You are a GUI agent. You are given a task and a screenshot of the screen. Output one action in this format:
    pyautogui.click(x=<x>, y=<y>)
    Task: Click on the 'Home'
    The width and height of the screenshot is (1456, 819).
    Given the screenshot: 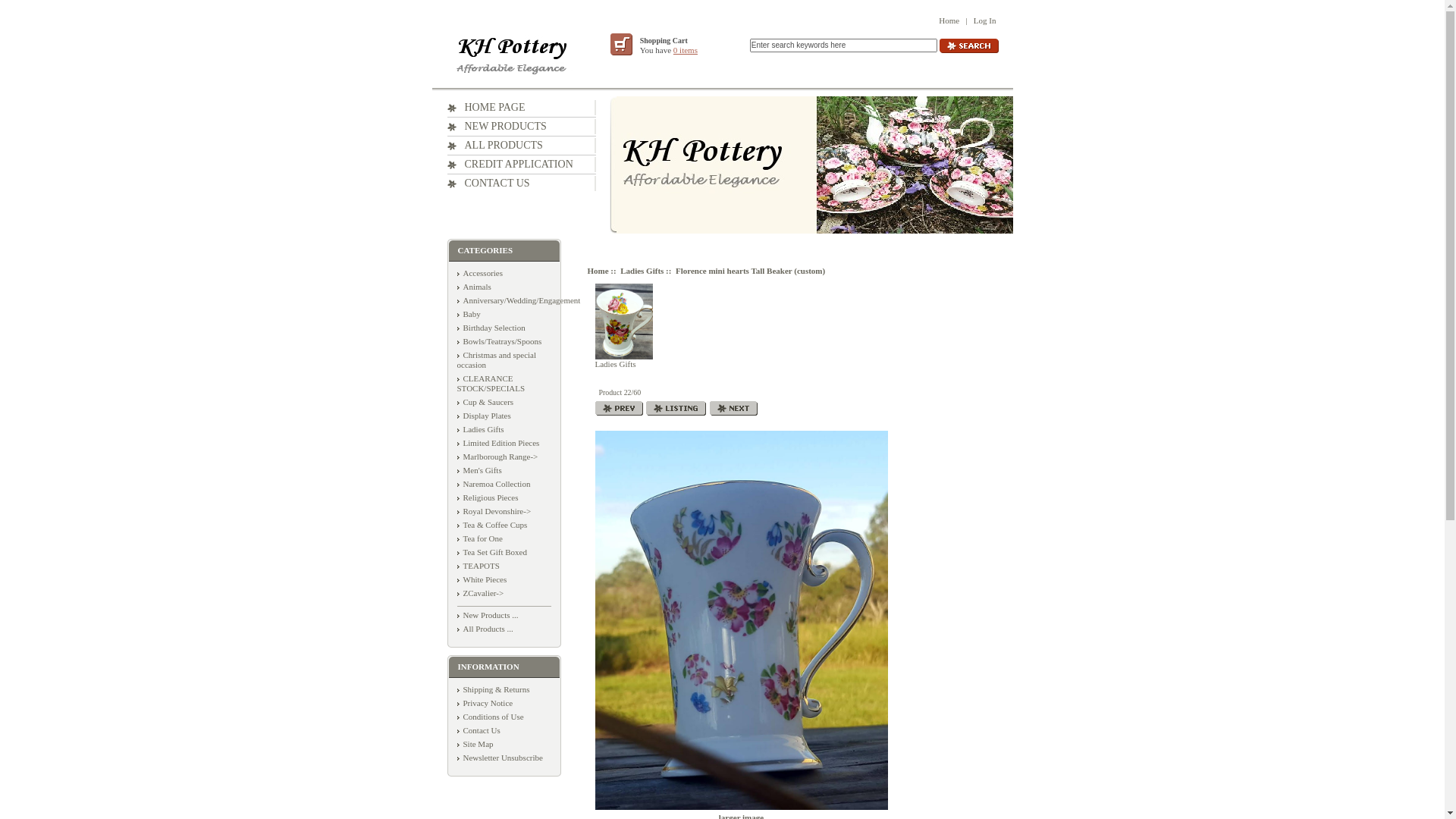 What is the action you would take?
    pyautogui.click(x=948, y=20)
    